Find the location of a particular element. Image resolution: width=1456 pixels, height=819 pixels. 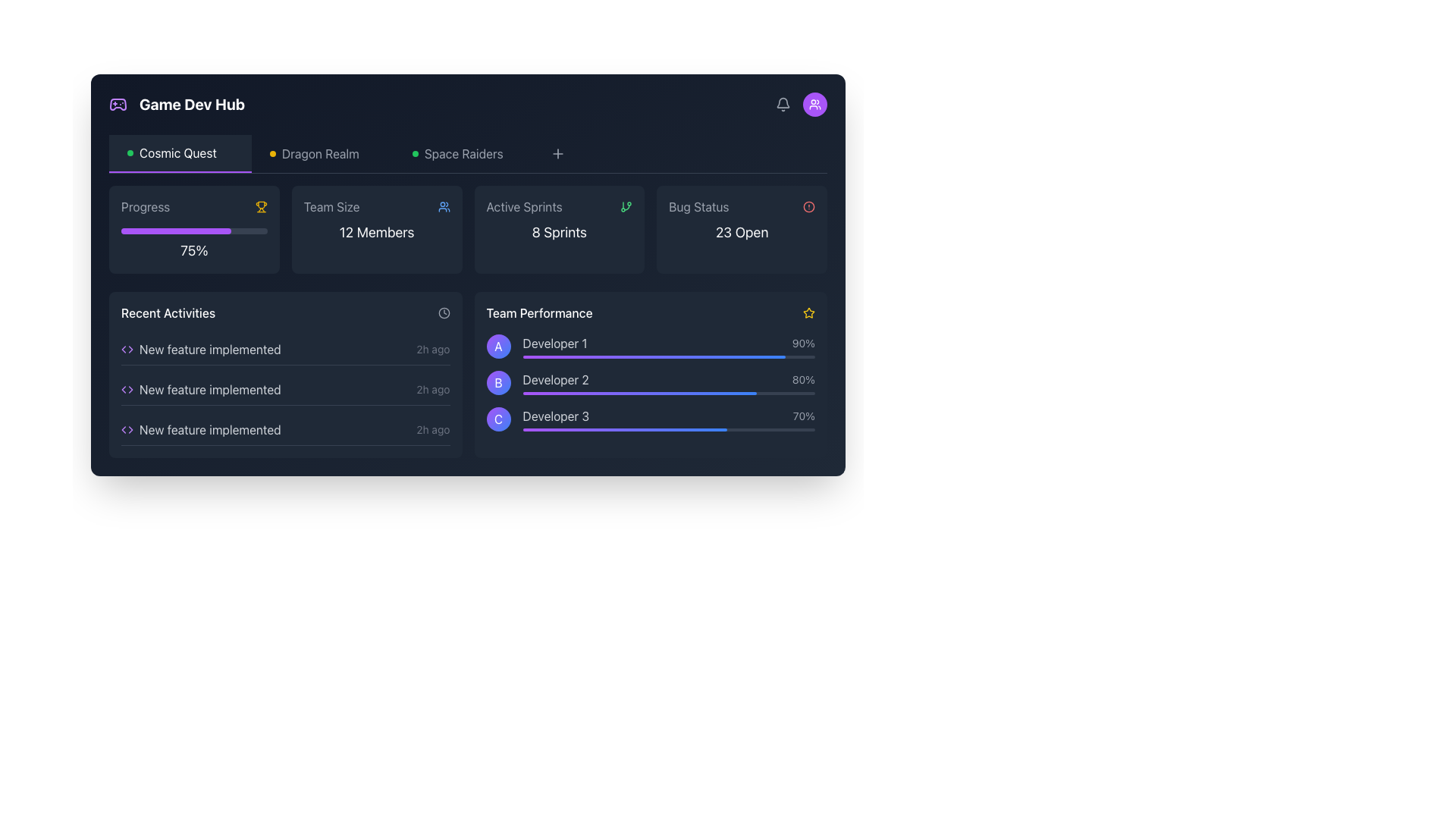

the text label displaying '75%' is located at coordinates (193, 241).